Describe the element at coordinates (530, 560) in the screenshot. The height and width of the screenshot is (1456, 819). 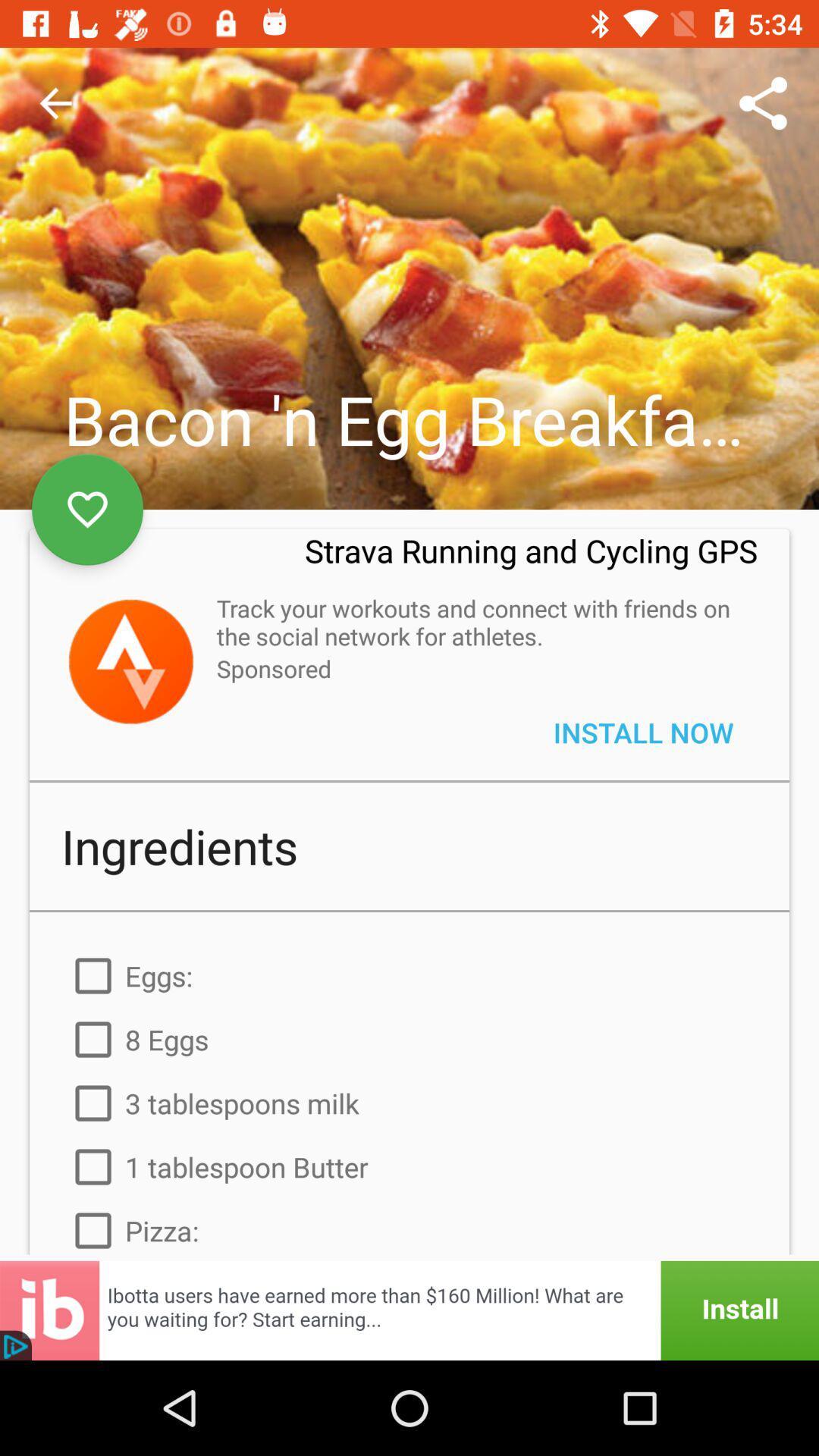
I see `the strava running and item` at that location.